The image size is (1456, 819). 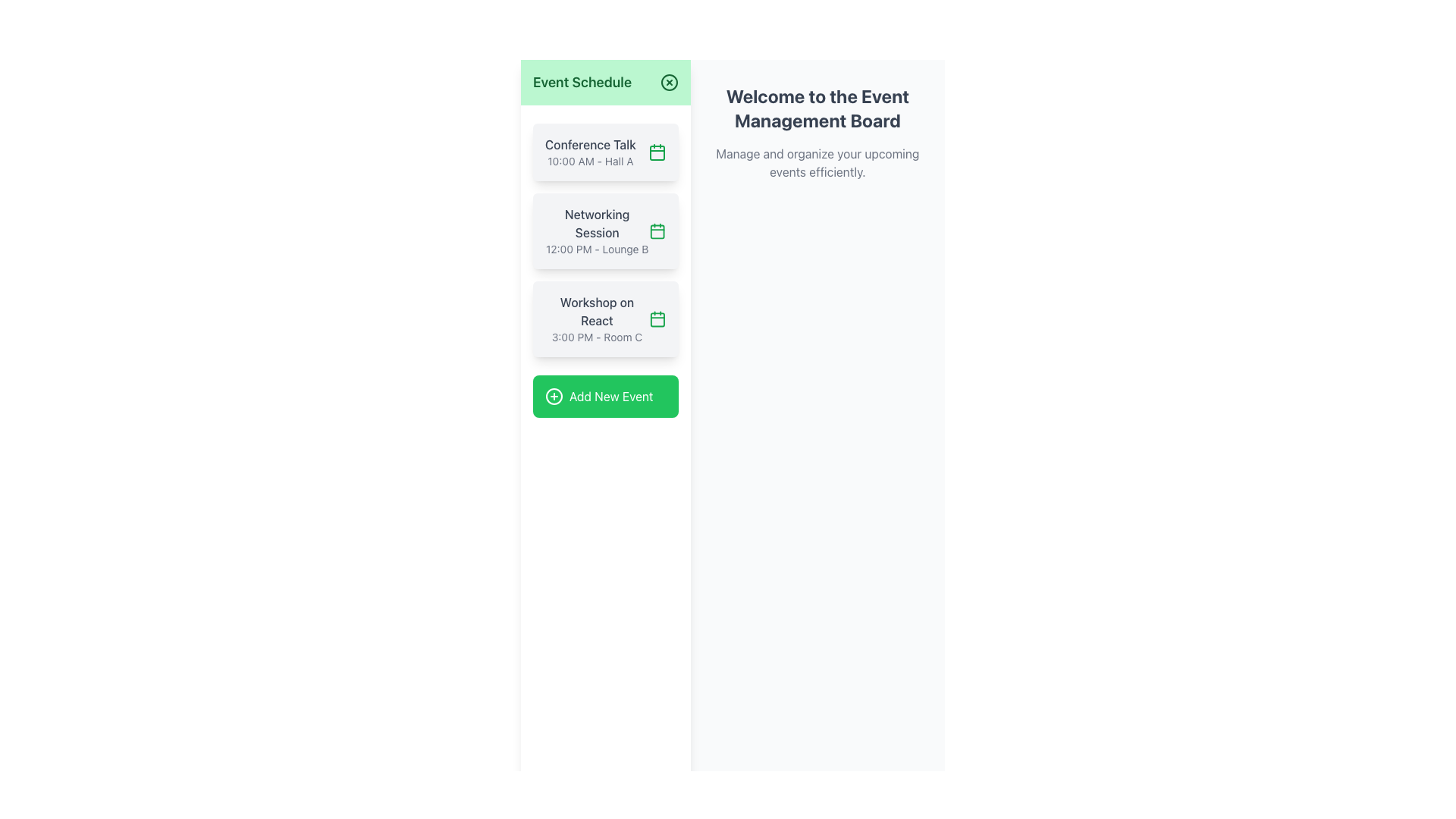 I want to click on the 'Add Event' button located beneath the 'Workshop on React' item in the left panel, so click(x=604, y=396).